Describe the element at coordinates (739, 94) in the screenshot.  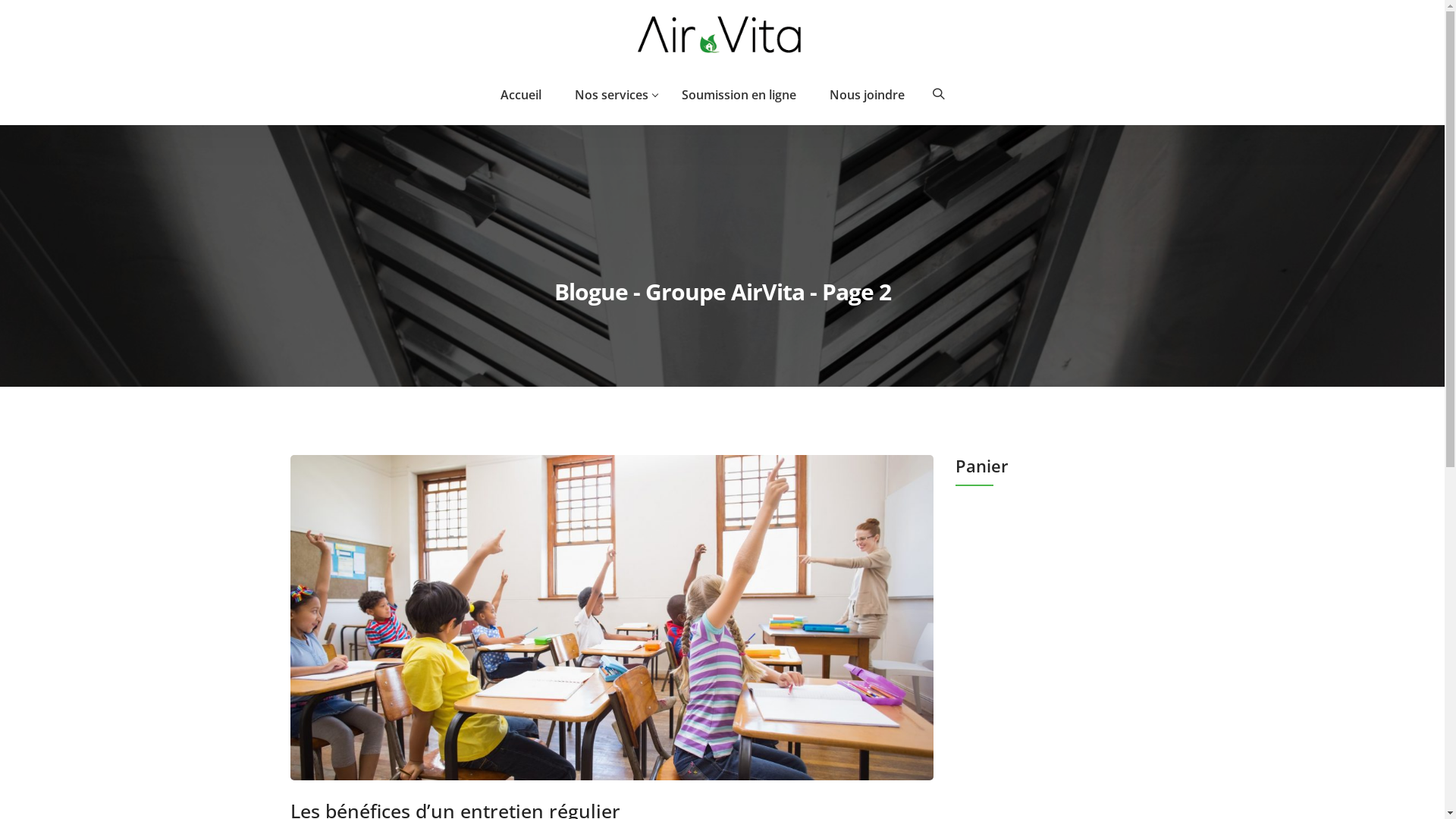
I see `'Soumission en ligne'` at that location.